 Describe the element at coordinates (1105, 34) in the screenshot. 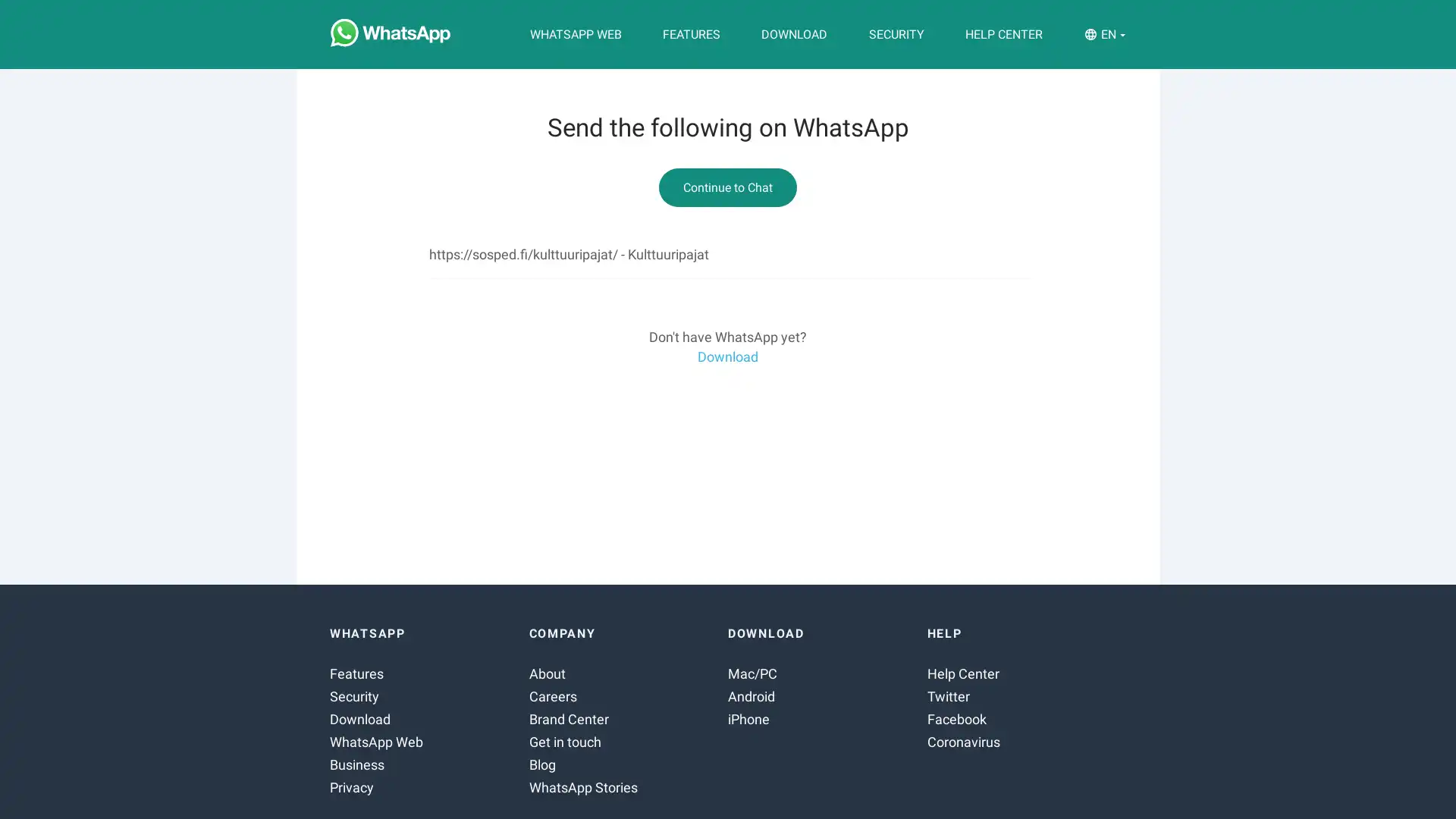

I see `EN` at that location.